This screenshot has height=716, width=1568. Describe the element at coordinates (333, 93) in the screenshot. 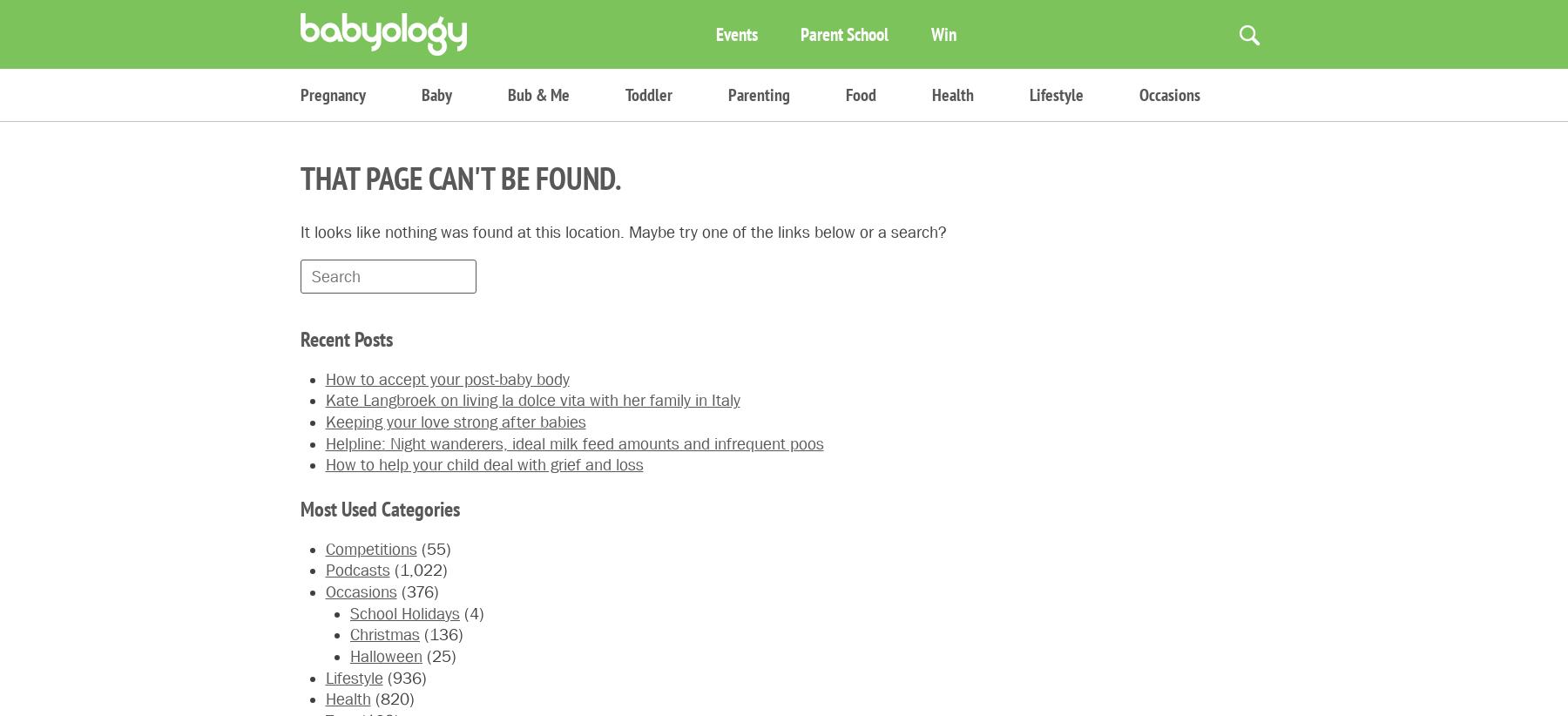

I see `'Pregnancy'` at that location.